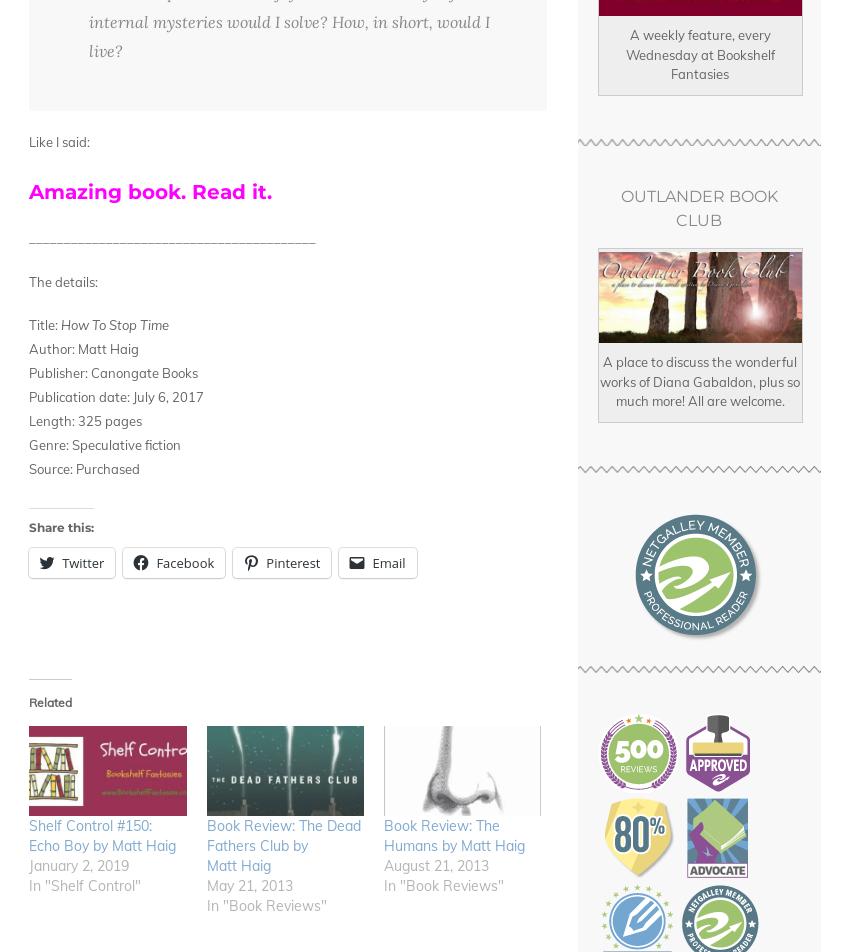 The width and height of the screenshot is (850, 952). I want to click on 'A weekly feature, every Wednesday at Bookshelf Fantasies', so click(698, 54).